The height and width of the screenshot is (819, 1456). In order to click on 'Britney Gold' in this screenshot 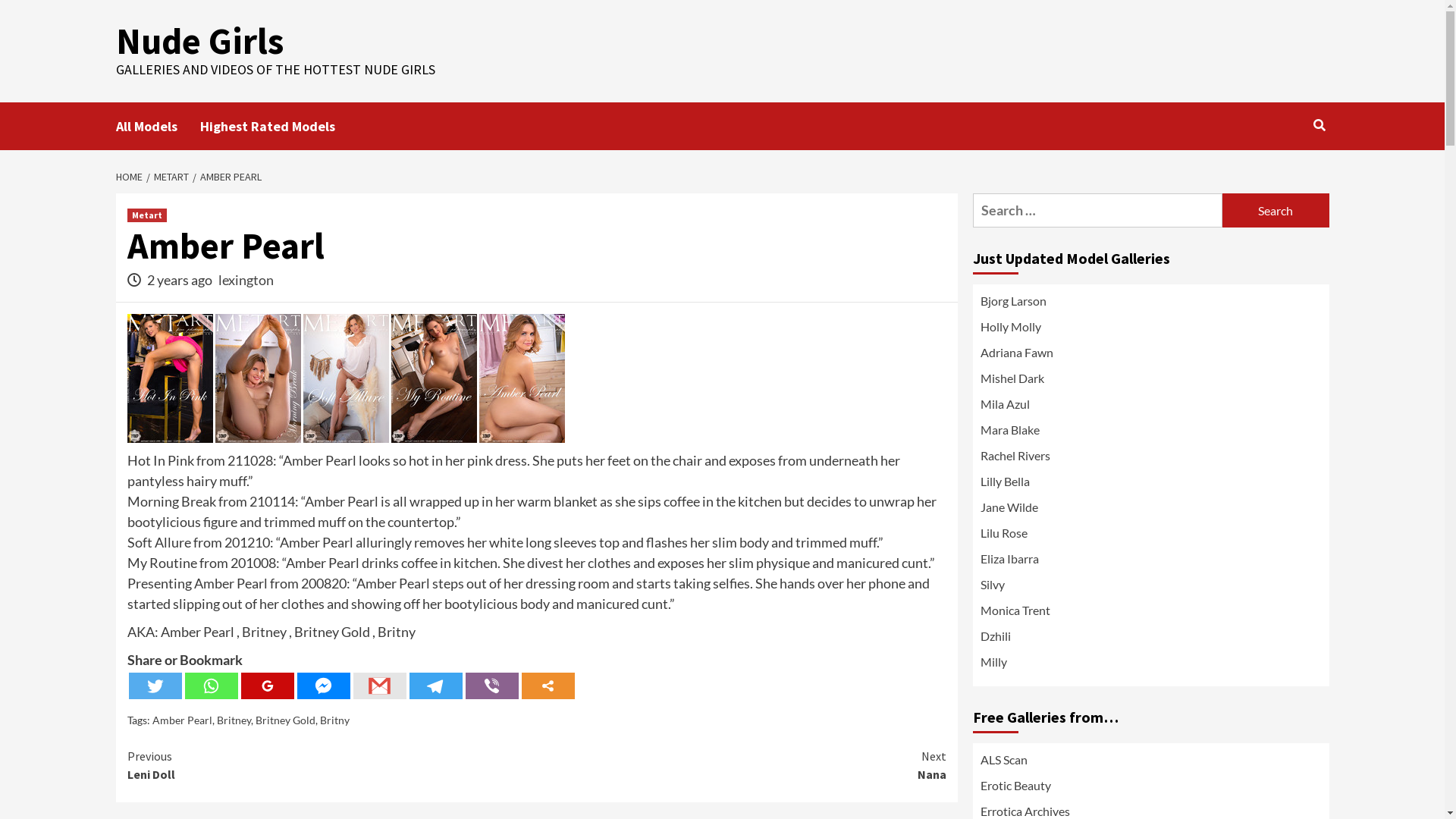, I will do `click(284, 719)`.